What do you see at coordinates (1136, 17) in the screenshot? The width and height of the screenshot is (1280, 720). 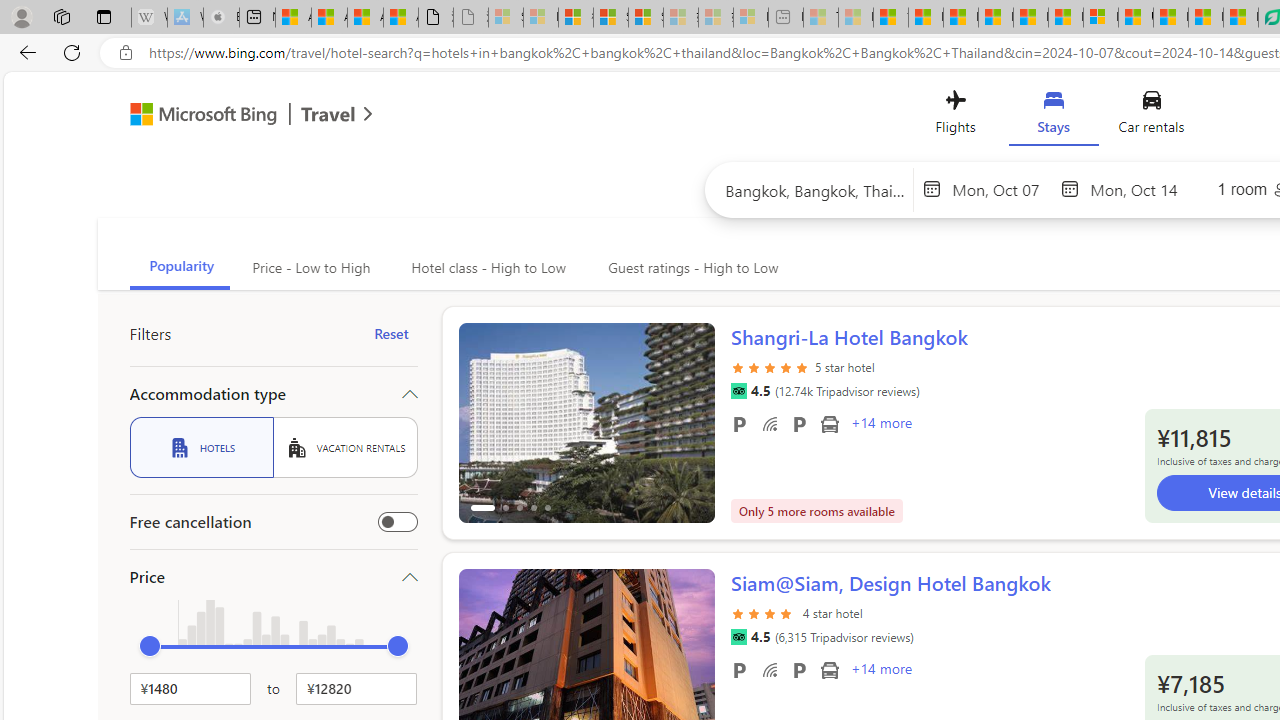 I see `'US Heat Deaths Soared To Record High Last Year'` at bounding box center [1136, 17].